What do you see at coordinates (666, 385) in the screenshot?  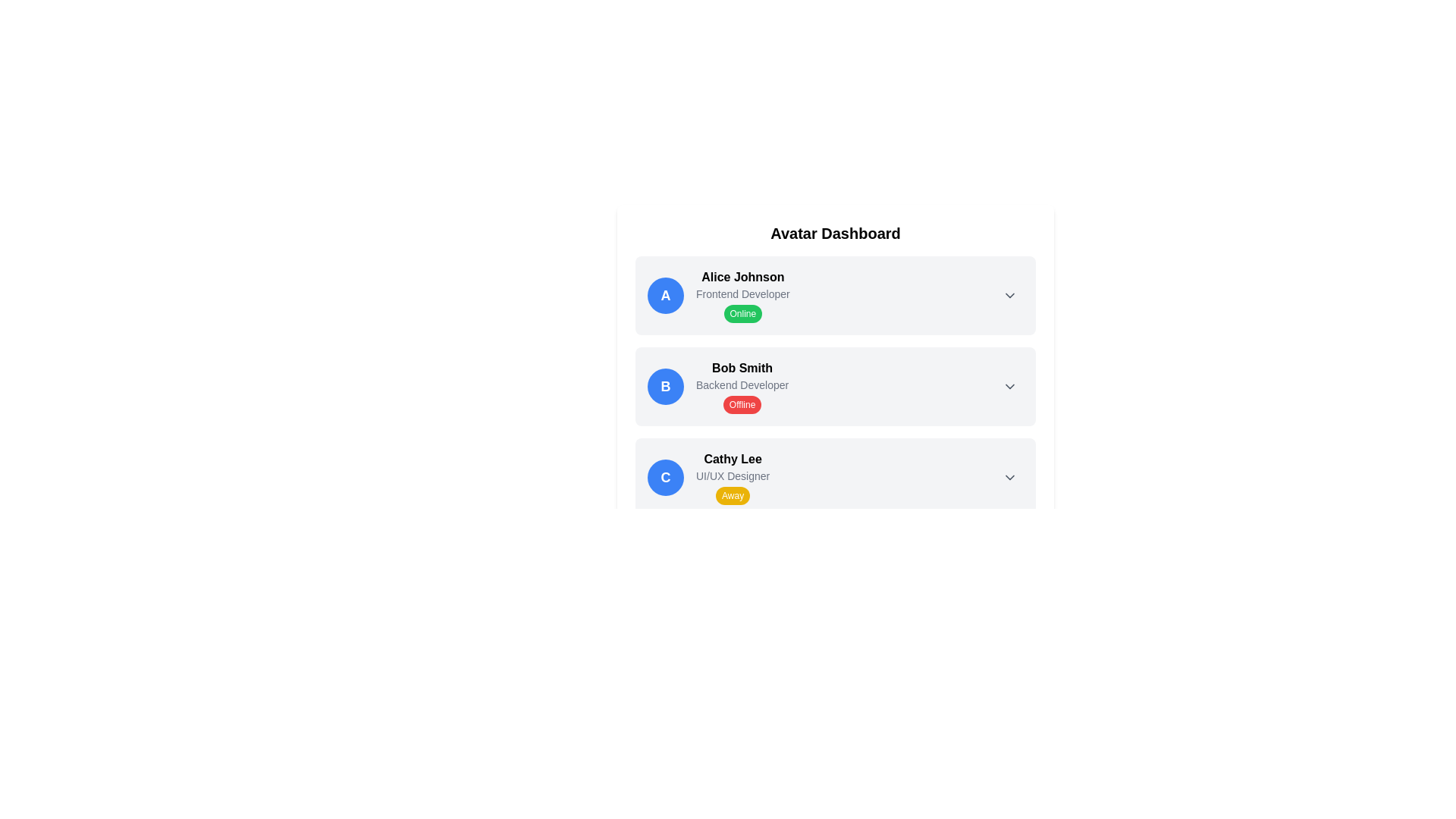 I see `the Badge or Avatar representing the 'Bob Smith' profile` at bounding box center [666, 385].